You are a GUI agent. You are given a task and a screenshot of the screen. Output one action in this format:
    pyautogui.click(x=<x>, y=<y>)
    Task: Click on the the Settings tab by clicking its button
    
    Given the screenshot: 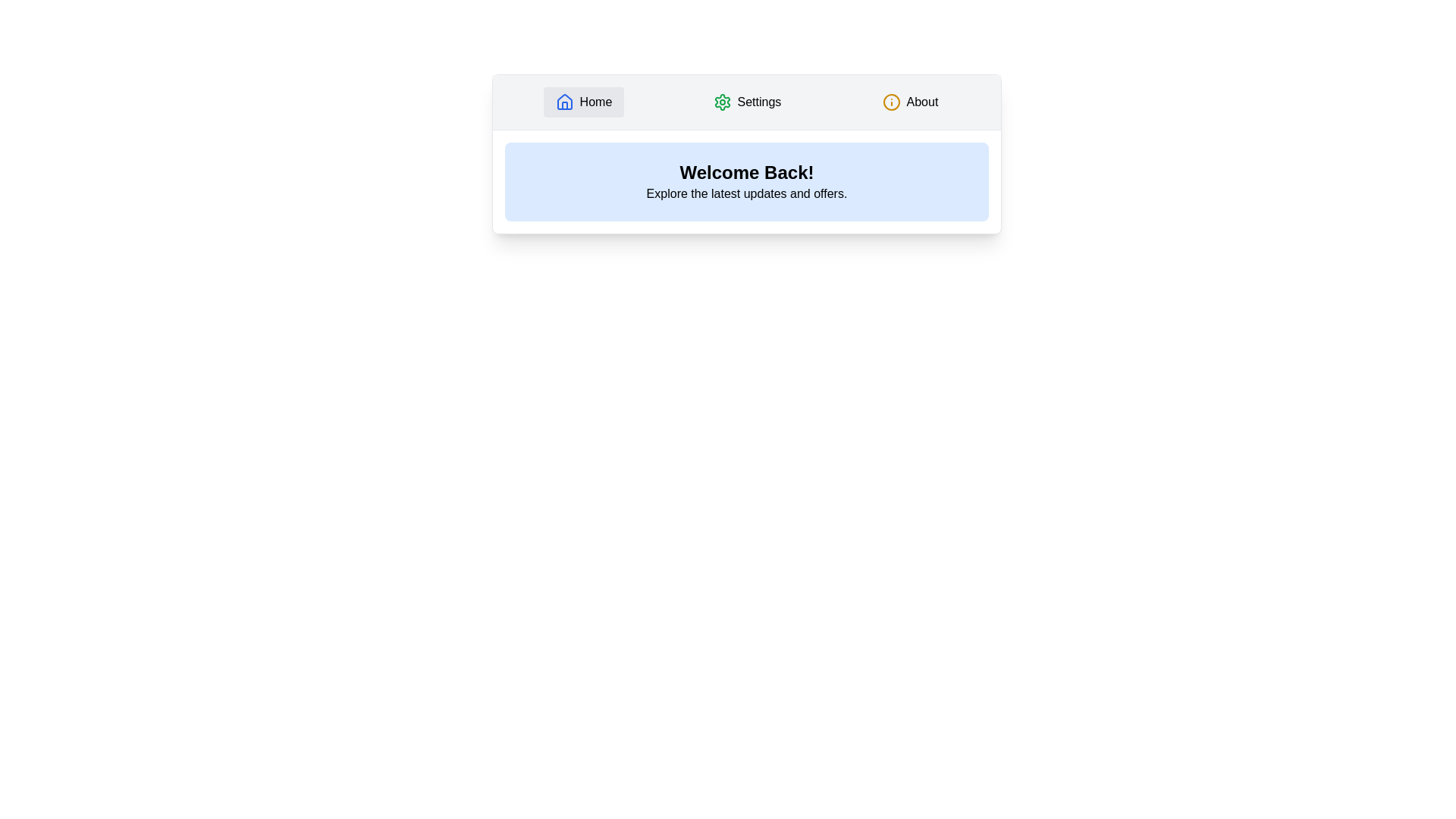 What is the action you would take?
    pyautogui.click(x=746, y=102)
    